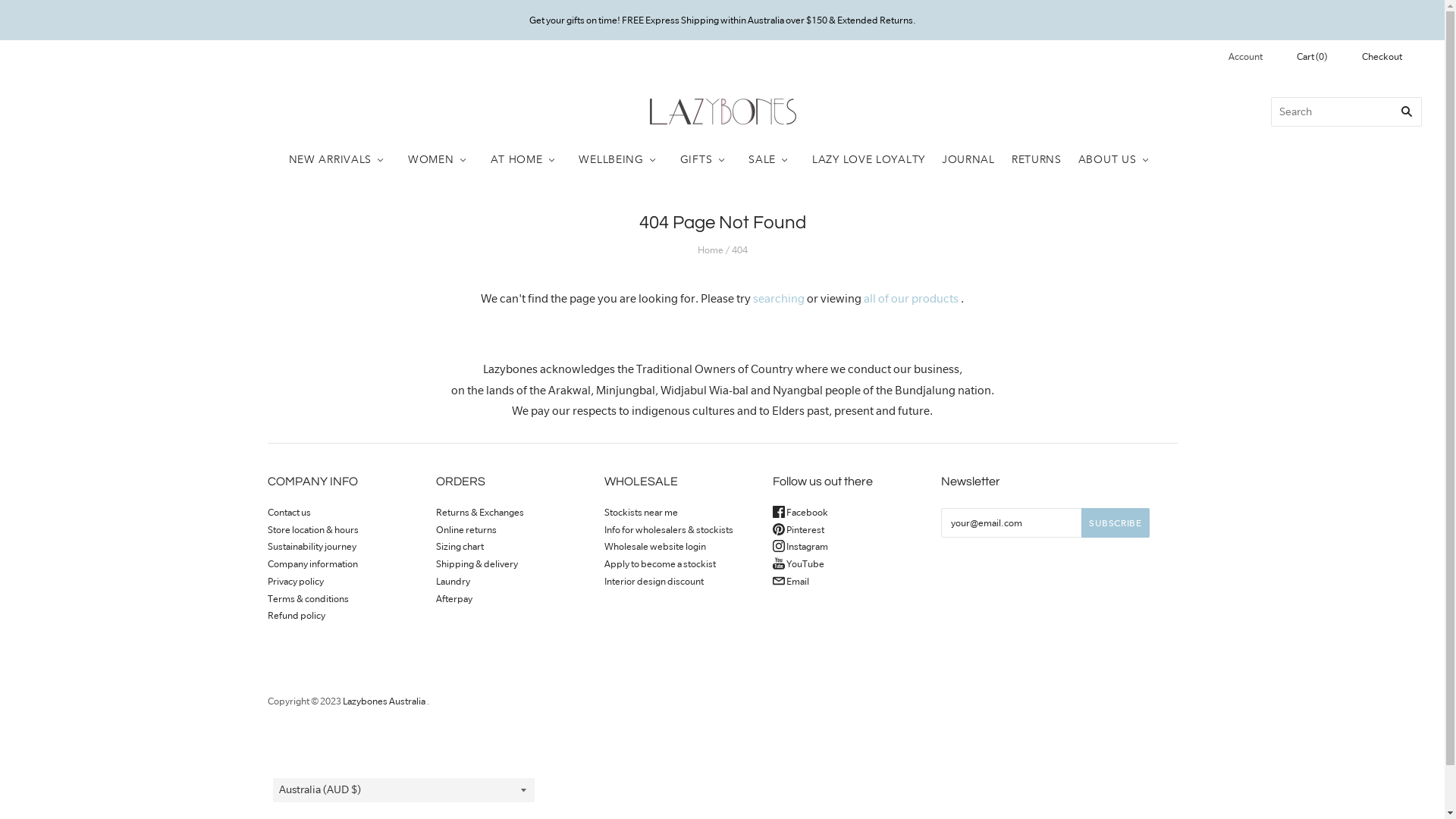 The image size is (1456, 819). Describe the element at coordinates (1257, 55) in the screenshot. I see `'Account'` at that location.